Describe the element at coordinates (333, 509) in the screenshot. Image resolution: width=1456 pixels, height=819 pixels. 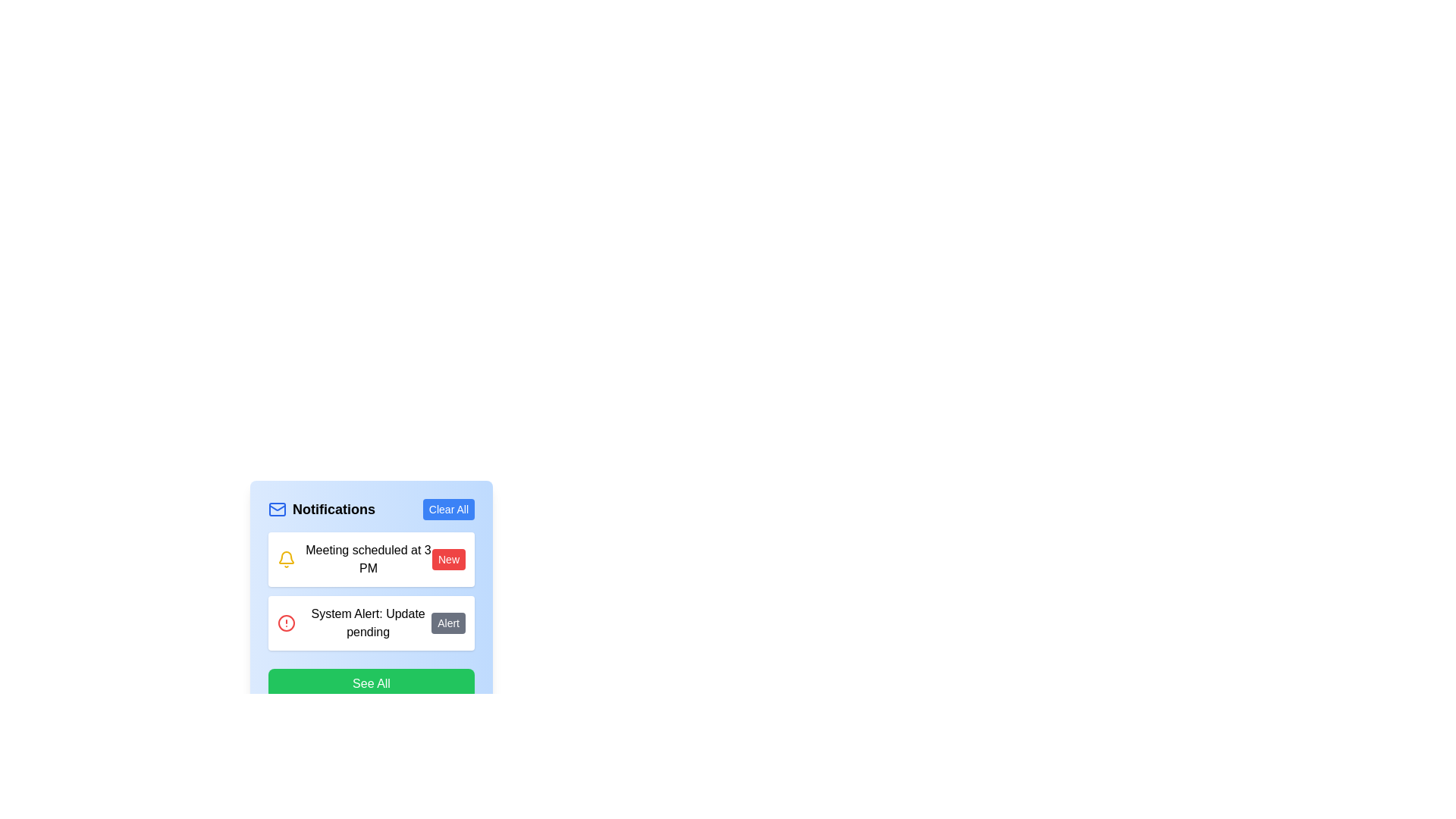
I see `the Text label that serves as the title or header for the notification panel, positioned between the mail icon and the 'Clear All' button` at that location.